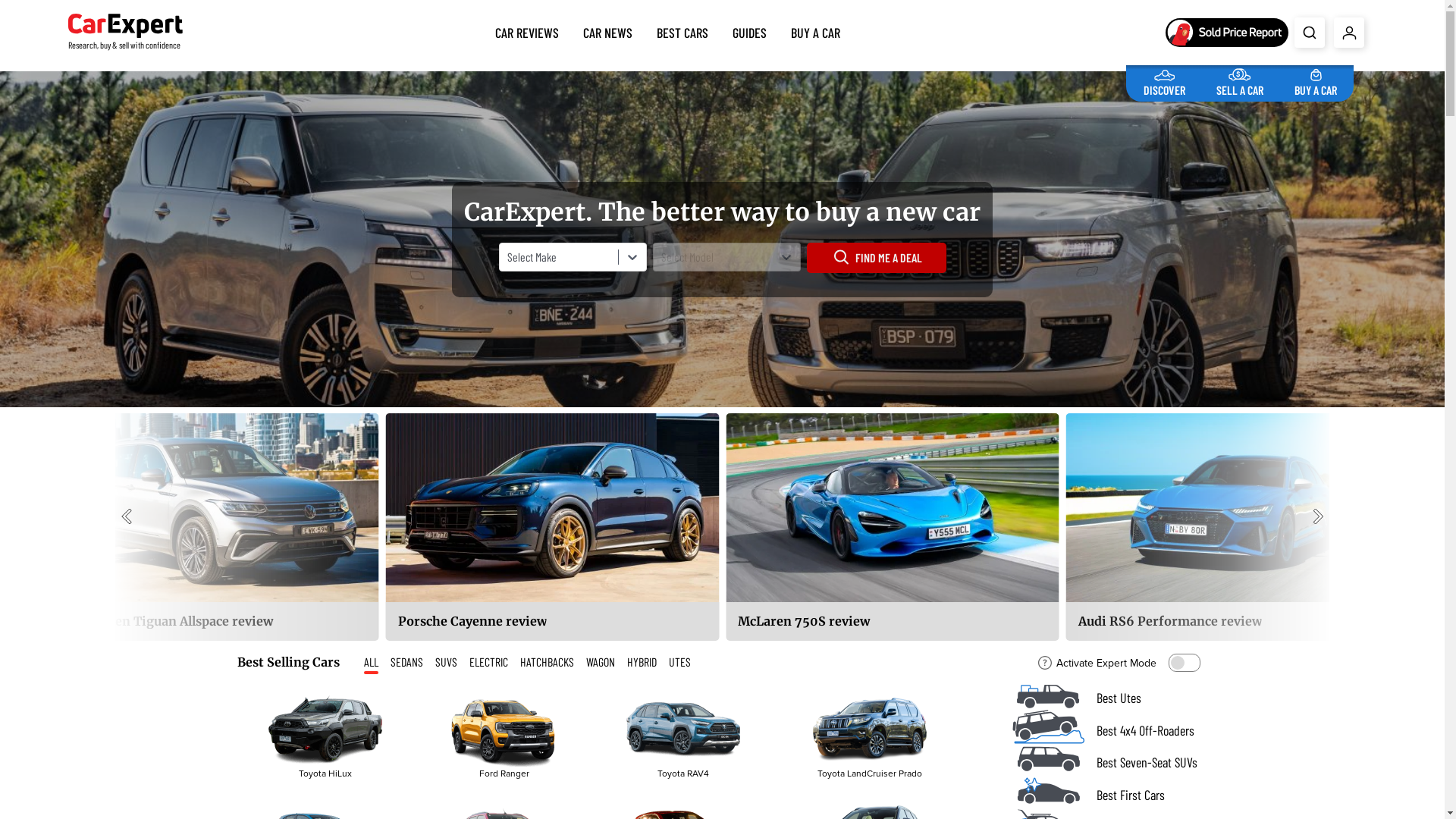 The width and height of the screenshot is (1456, 819). Describe the element at coordinates (527, 29) in the screenshot. I see `'CAR REVIEWS'` at that location.